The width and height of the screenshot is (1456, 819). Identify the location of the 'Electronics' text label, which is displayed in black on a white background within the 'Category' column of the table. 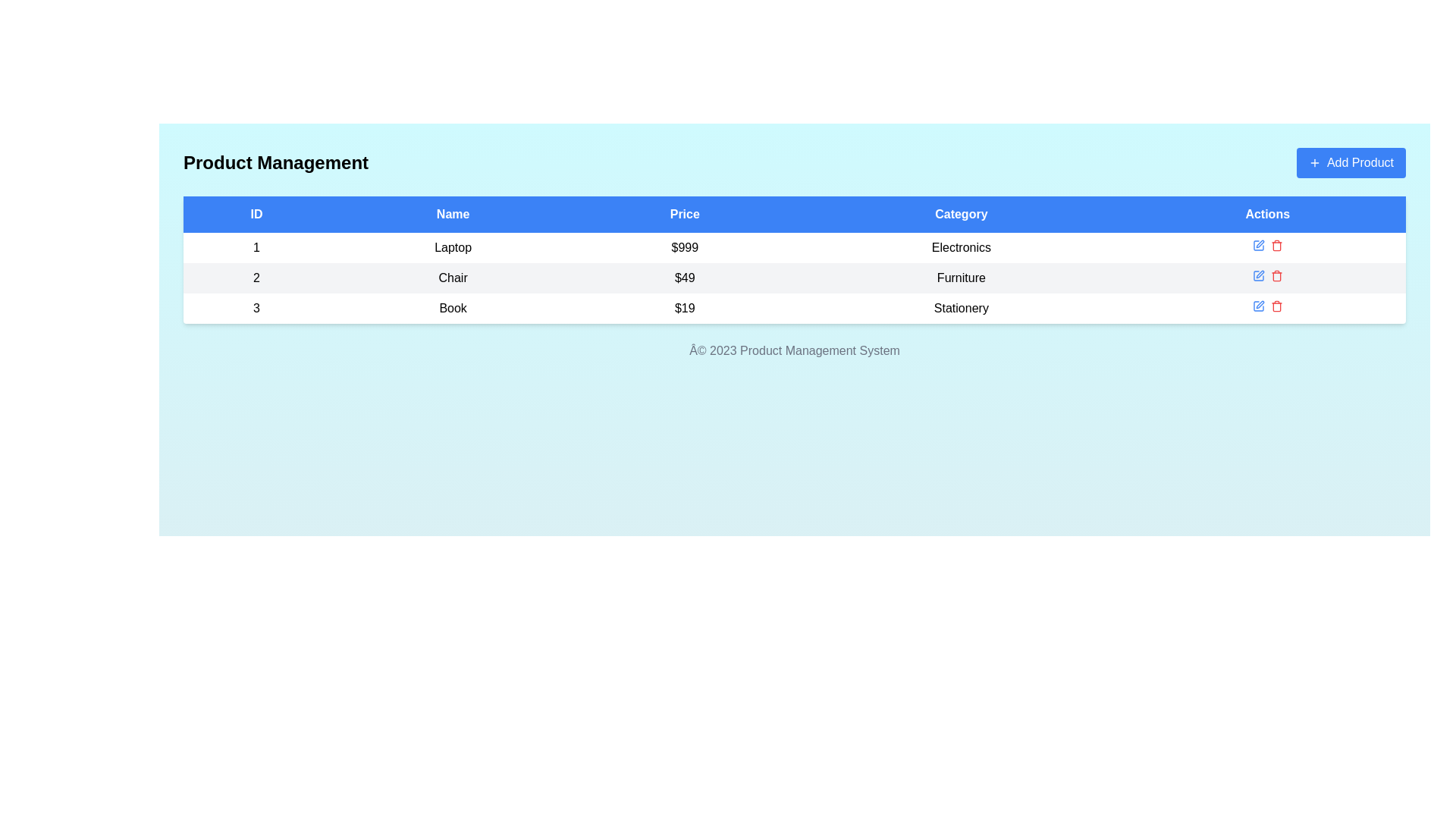
(960, 247).